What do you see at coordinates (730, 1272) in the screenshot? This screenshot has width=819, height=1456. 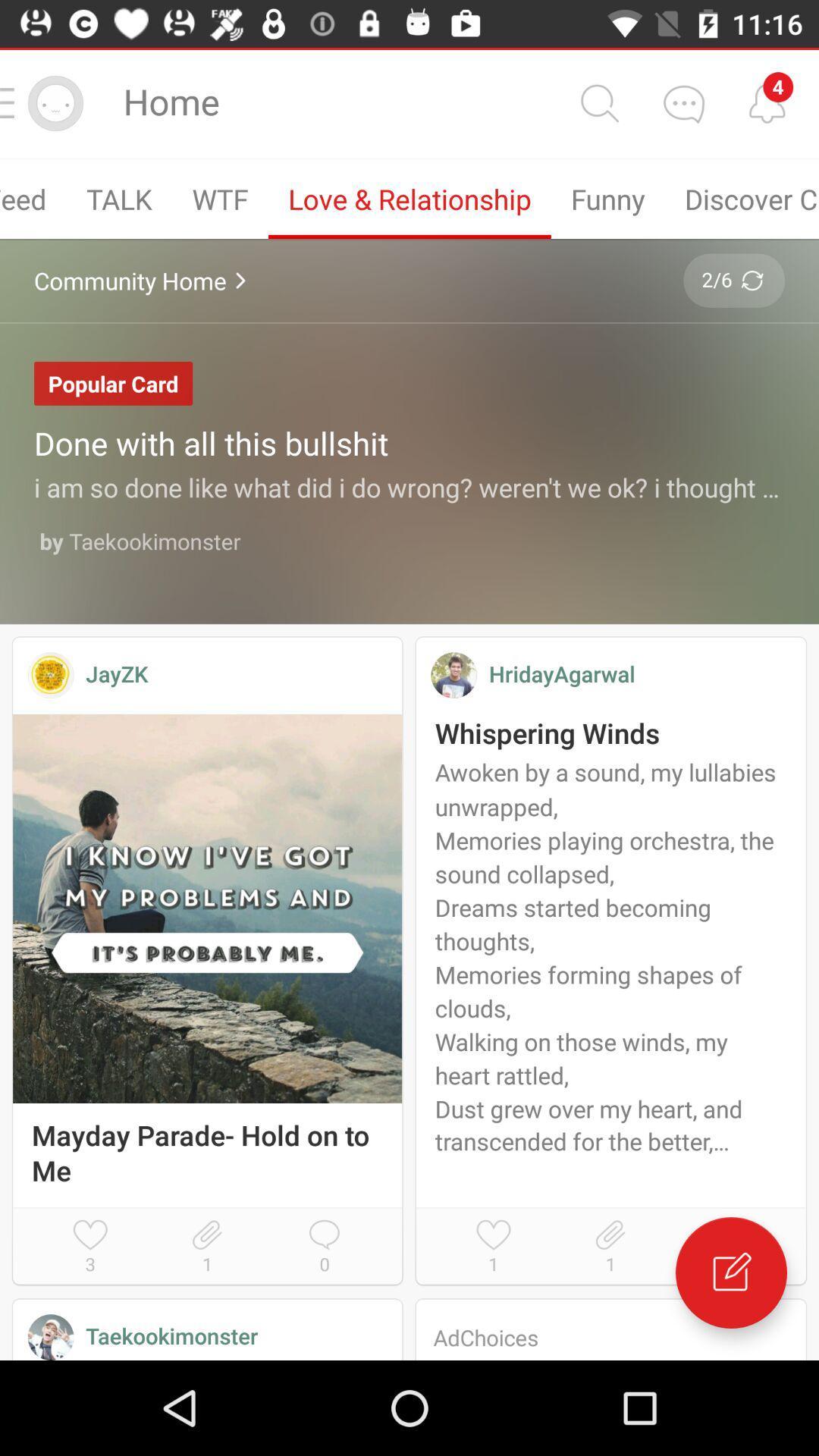 I see `write post` at bounding box center [730, 1272].